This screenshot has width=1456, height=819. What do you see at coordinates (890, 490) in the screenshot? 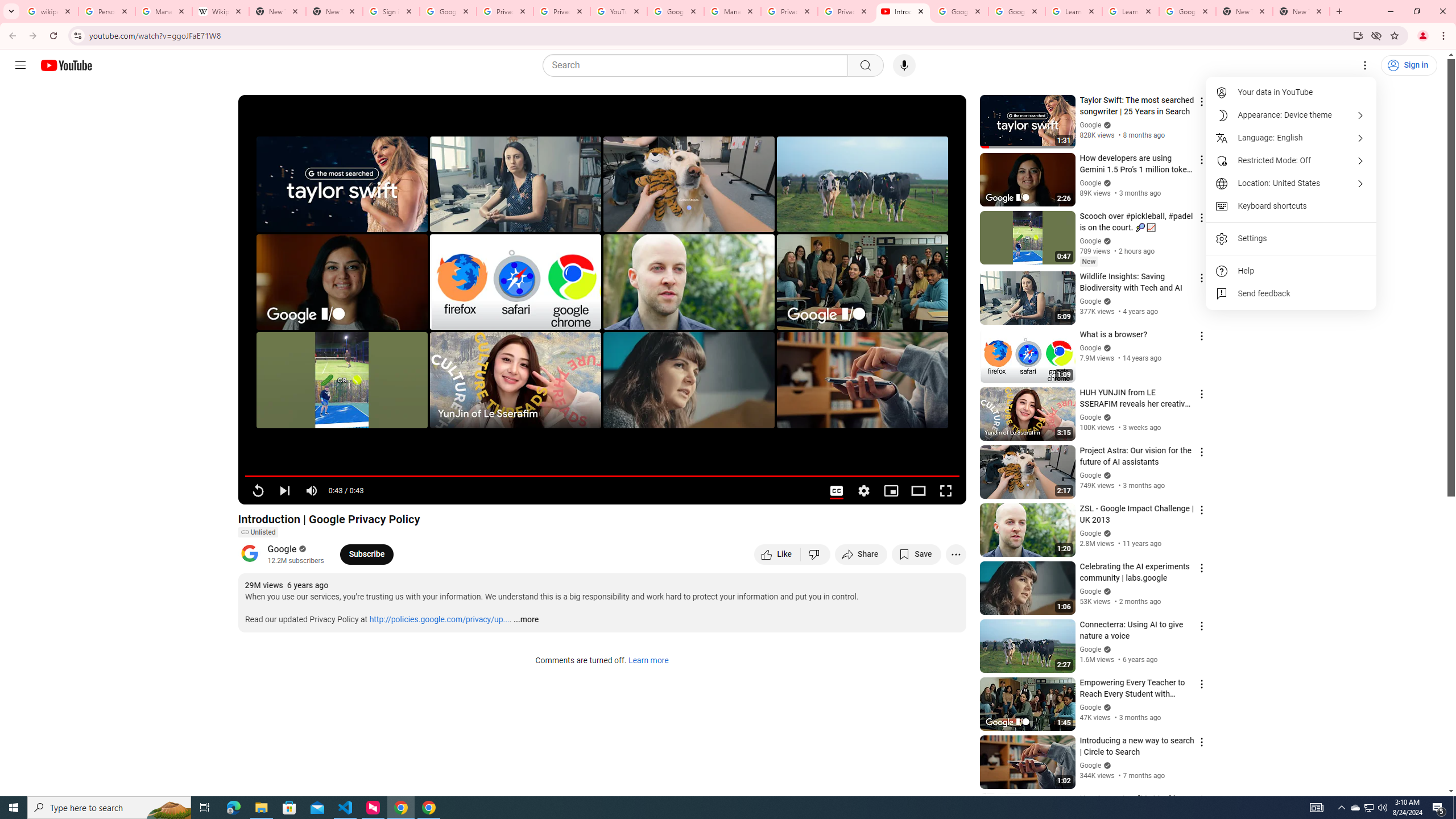
I see `'Miniplayer (i)'` at bounding box center [890, 490].